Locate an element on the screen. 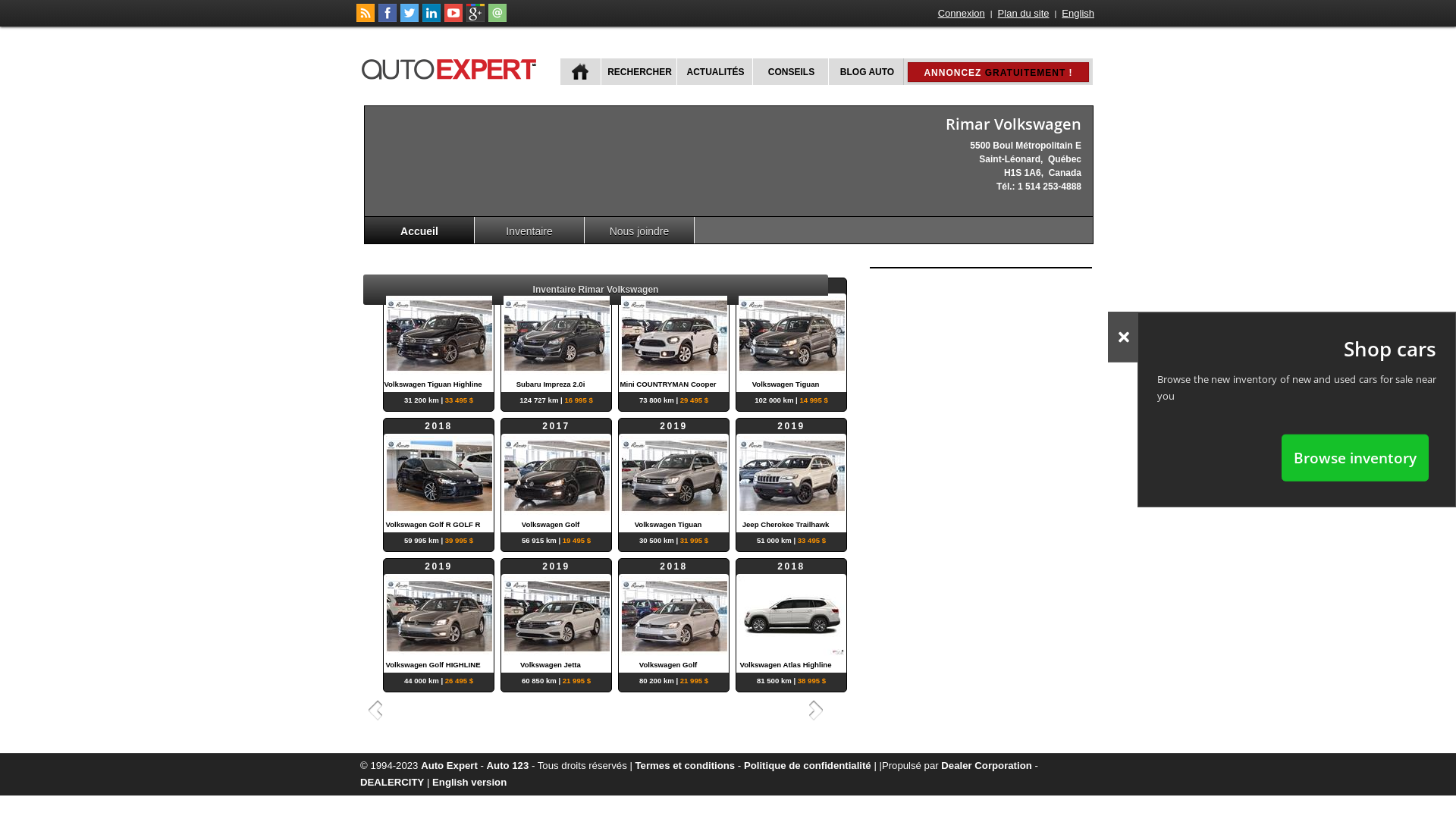  'BLOG AUTO' is located at coordinates (827, 71).